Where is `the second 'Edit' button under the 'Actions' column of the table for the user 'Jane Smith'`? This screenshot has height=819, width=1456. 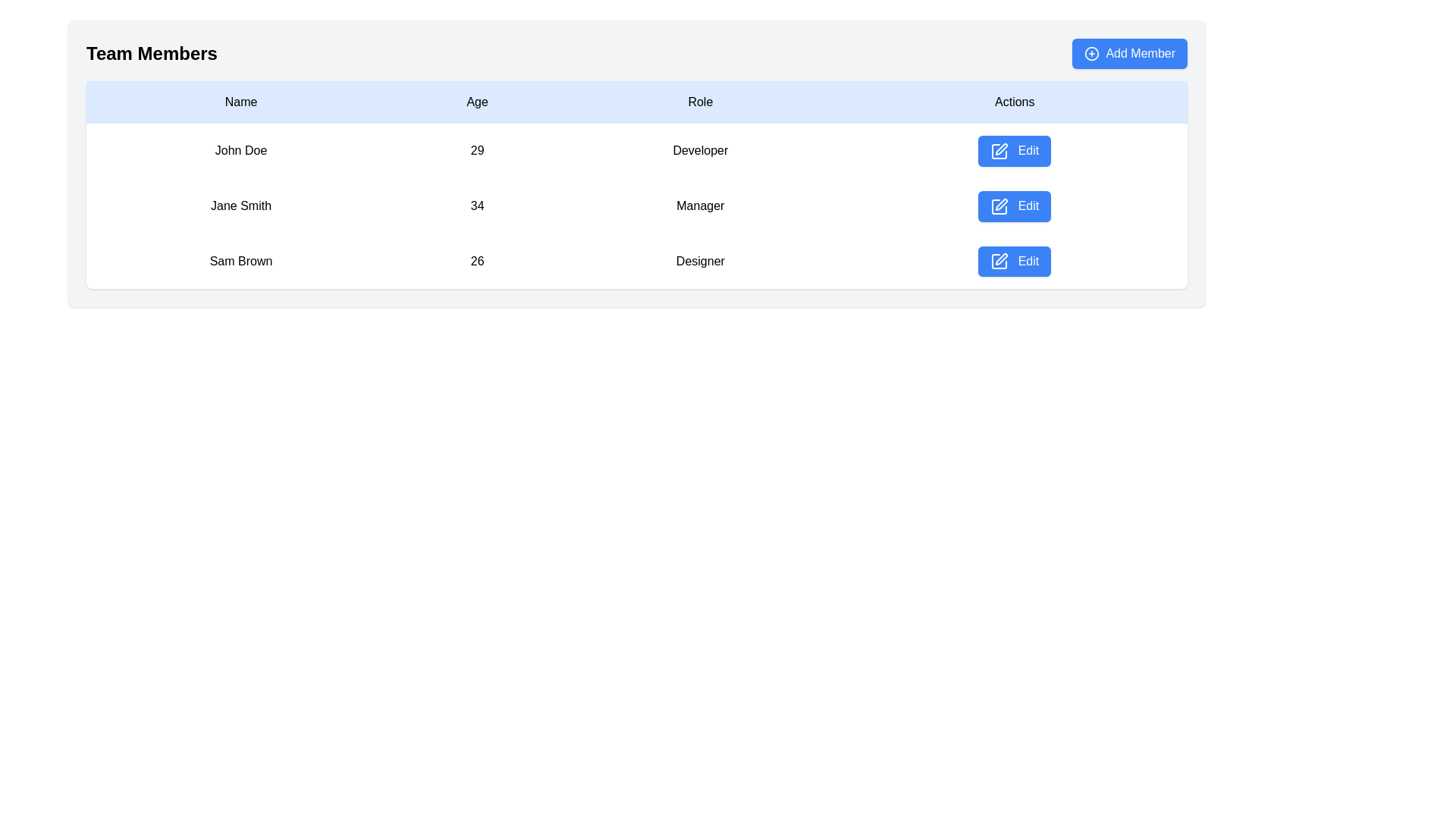
the second 'Edit' button under the 'Actions' column of the table for the user 'Jane Smith' is located at coordinates (1015, 206).